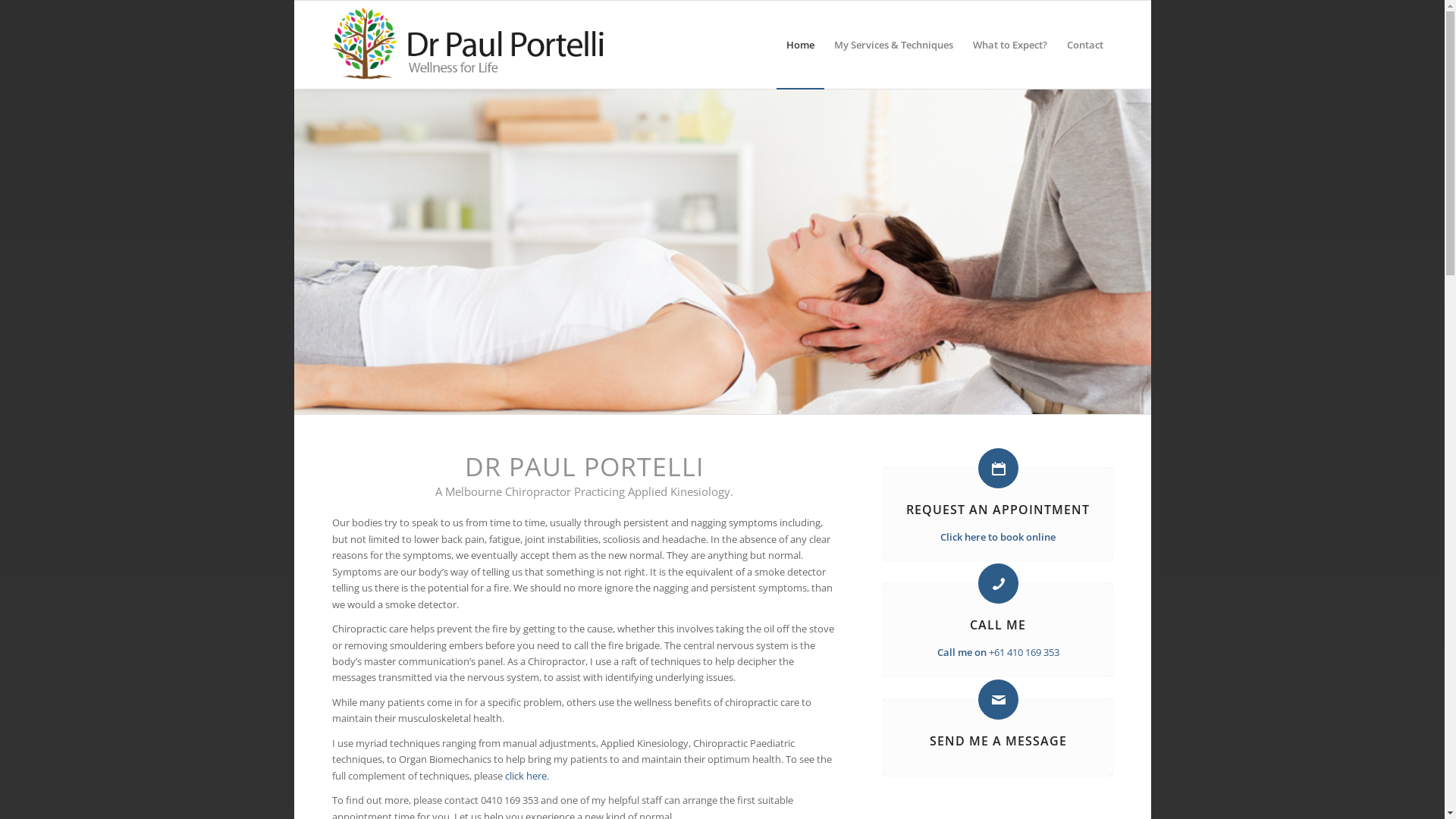 Image resolution: width=1456 pixels, height=819 pixels. I want to click on 'Send me a message', so click(978, 699).